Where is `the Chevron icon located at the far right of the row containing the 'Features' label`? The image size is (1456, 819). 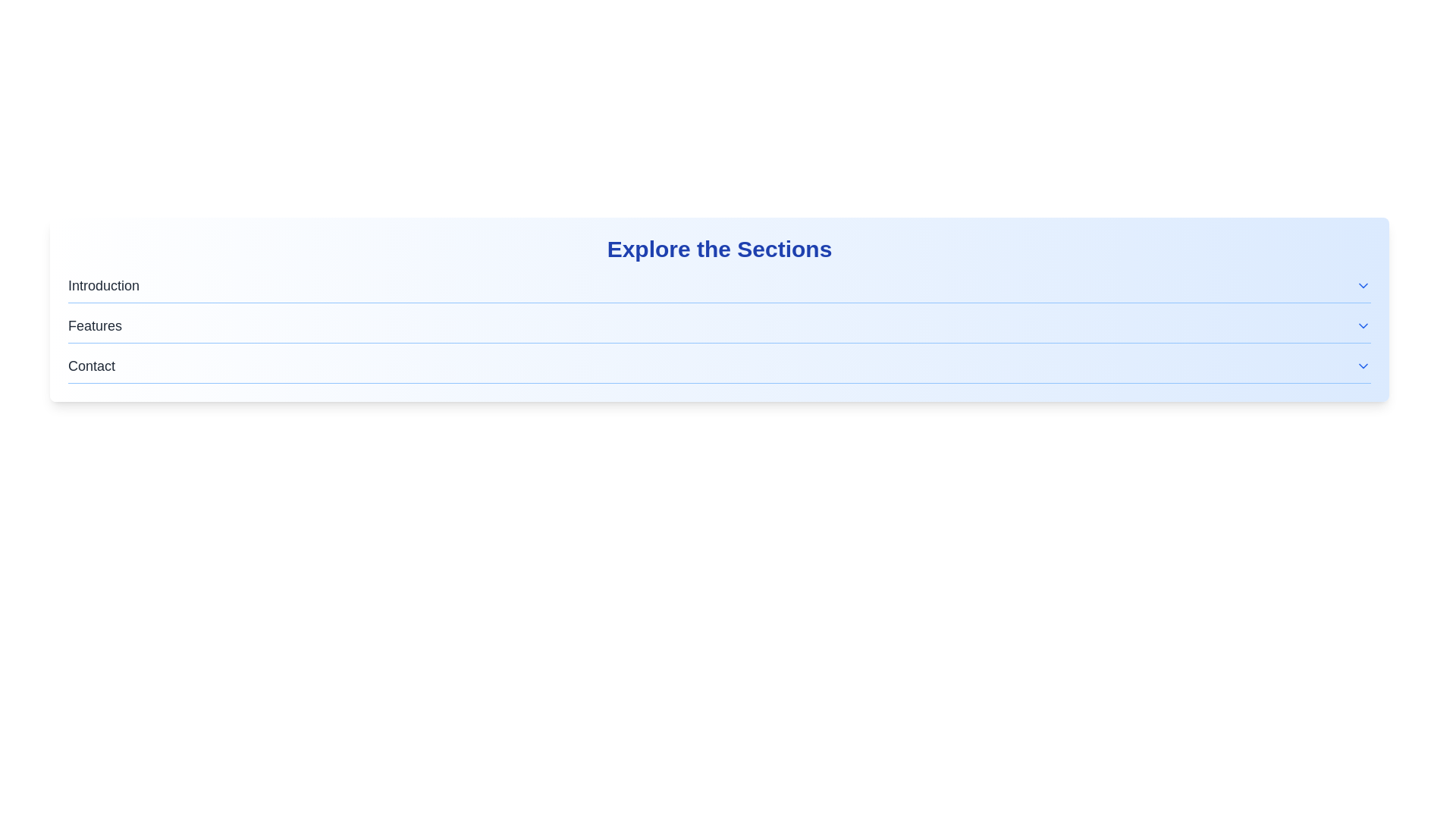 the Chevron icon located at the far right of the row containing the 'Features' label is located at coordinates (1363, 325).